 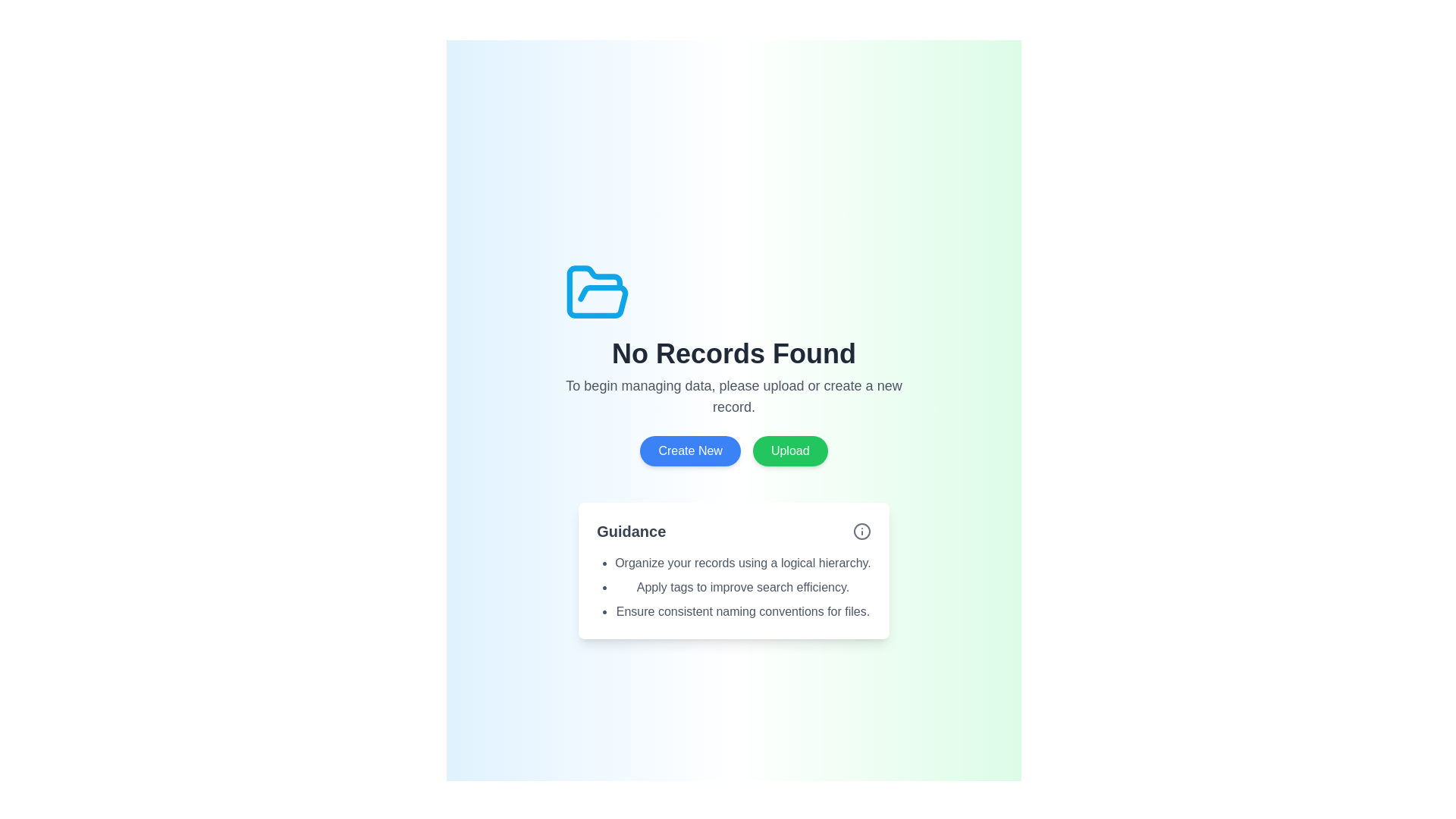 What do you see at coordinates (742, 563) in the screenshot?
I see `first item in the bullet-pointed list under the 'Guidance' section, which states 'Organize your records using a logical hierarchy.'` at bounding box center [742, 563].